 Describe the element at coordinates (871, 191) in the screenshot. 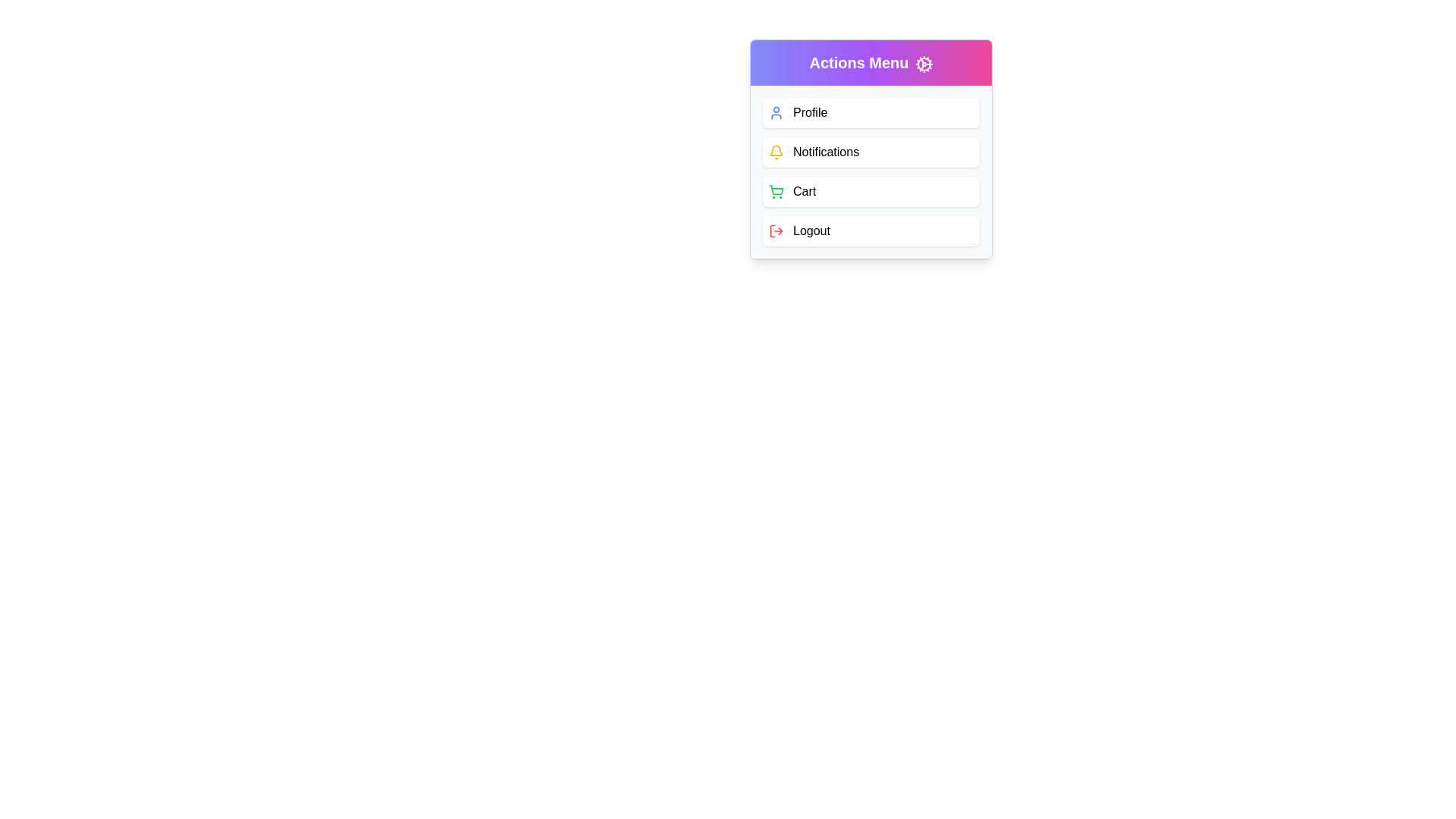

I see `the menu item Cart to observe its hover effect` at that location.